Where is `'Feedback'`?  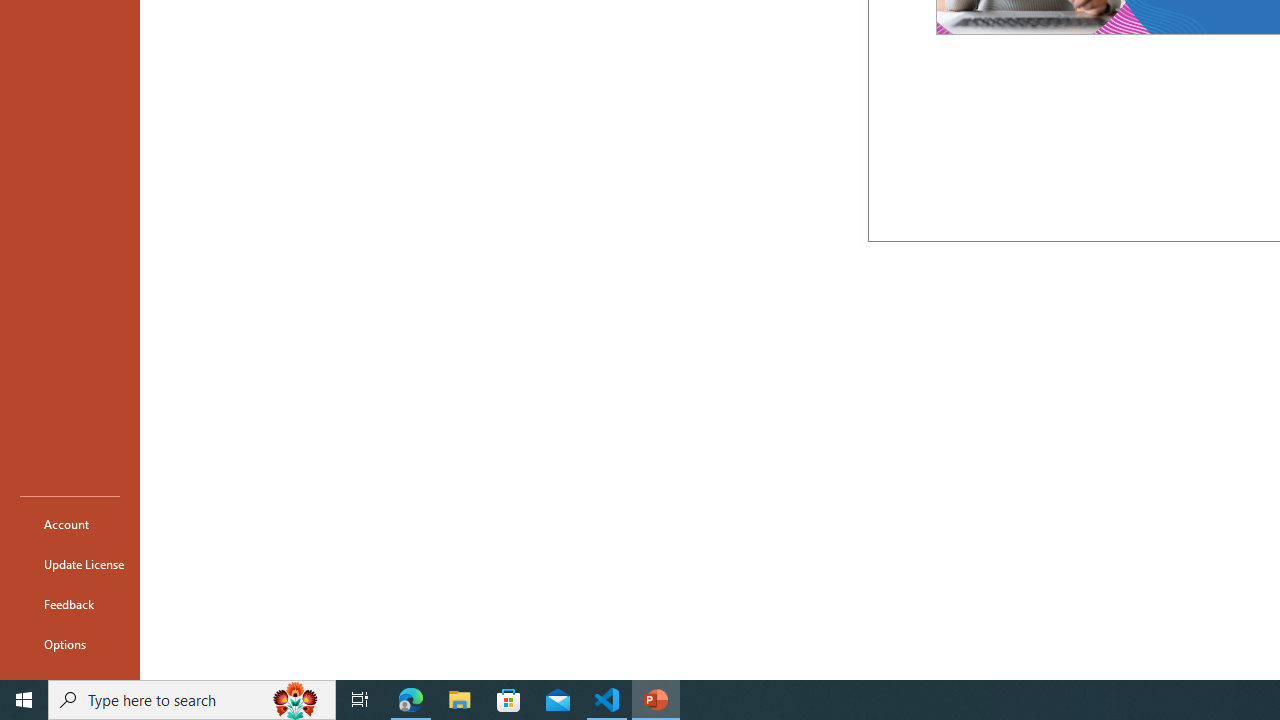
'Feedback' is located at coordinates (69, 603).